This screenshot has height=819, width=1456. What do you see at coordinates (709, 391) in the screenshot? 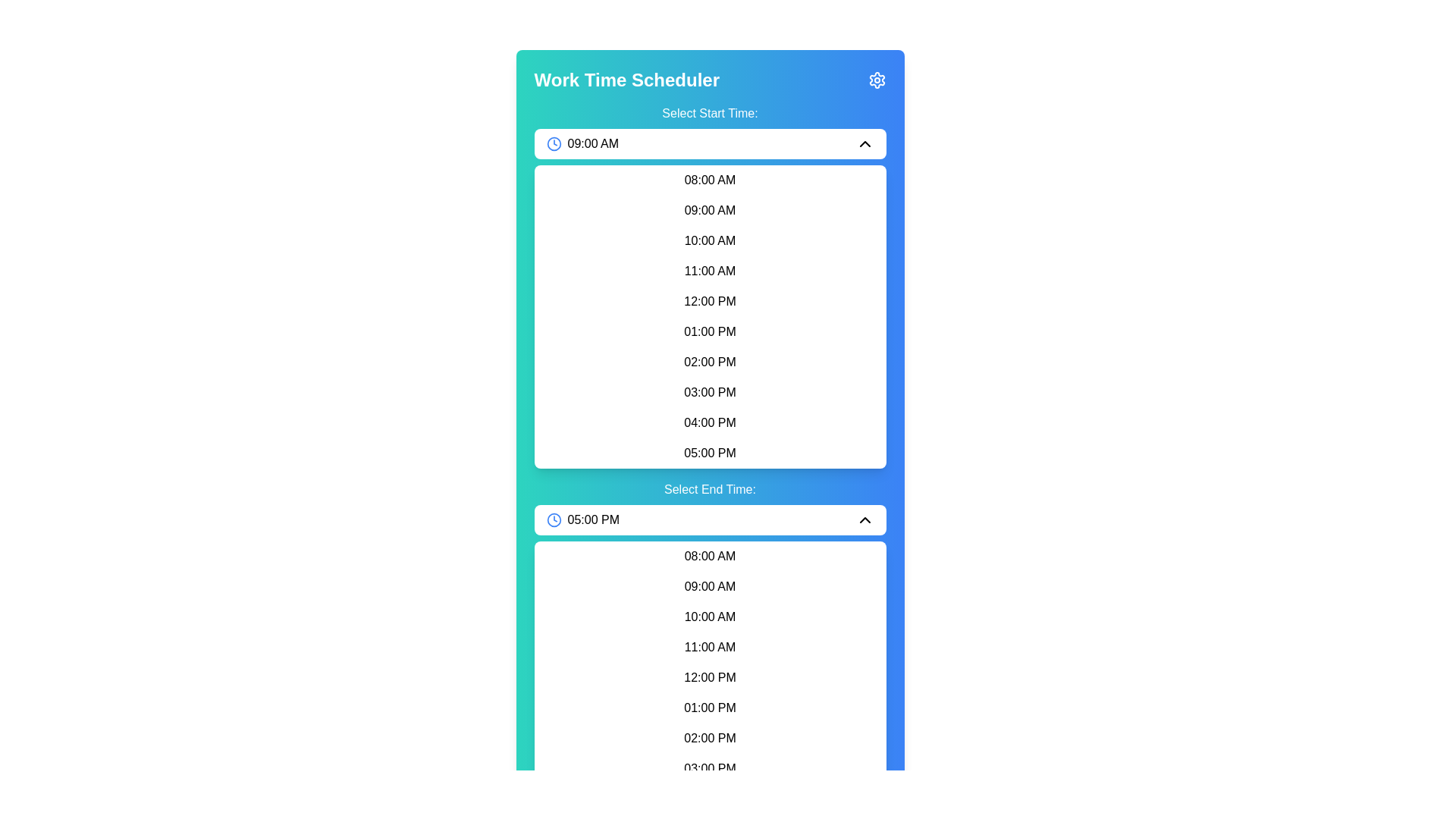
I see `the 8th selectable time option in the vertical list of times within the dropdown menu` at bounding box center [709, 391].